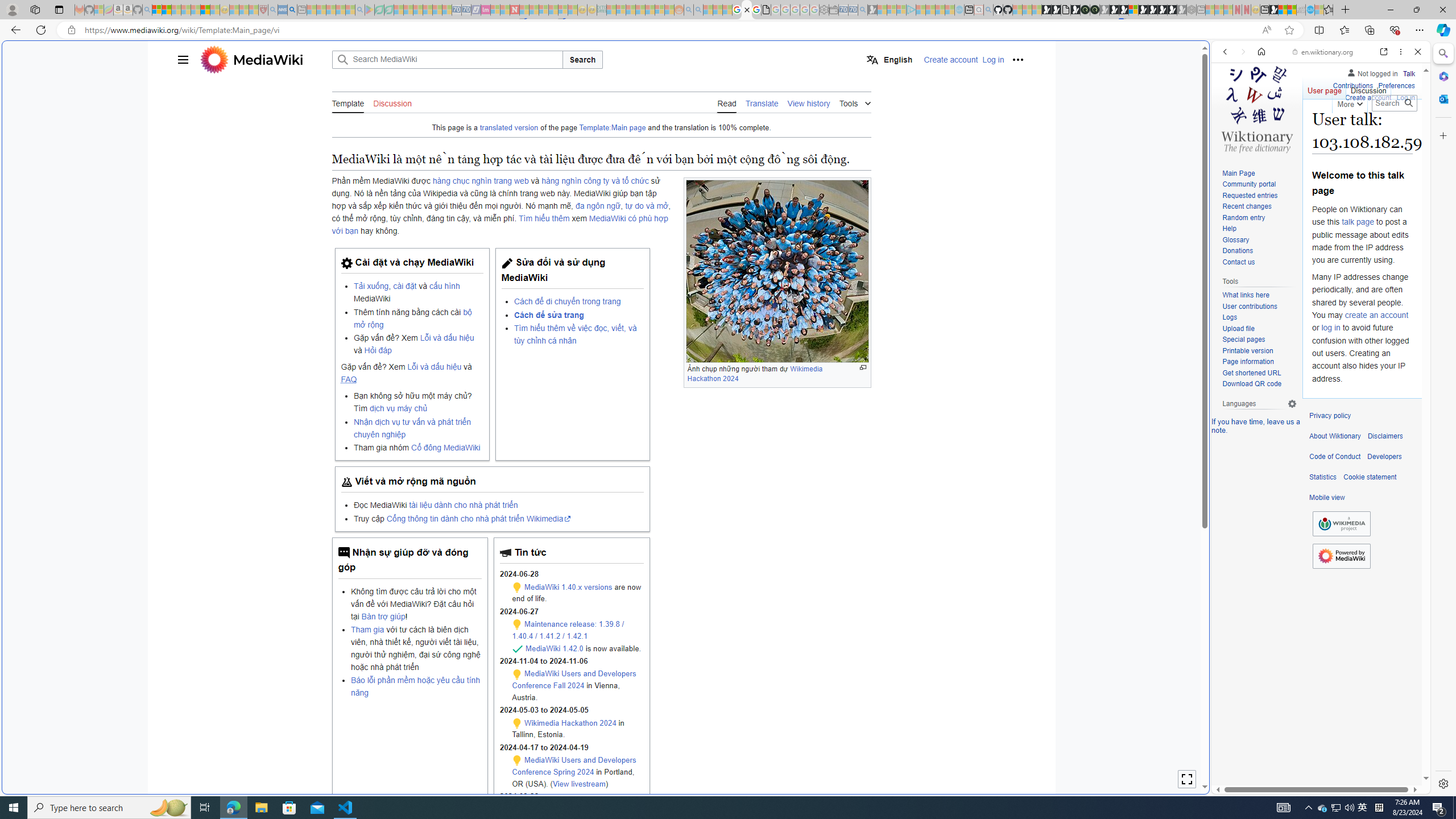 The width and height of the screenshot is (1456, 819). I want to click on 'create an account', so click(1376, 313).